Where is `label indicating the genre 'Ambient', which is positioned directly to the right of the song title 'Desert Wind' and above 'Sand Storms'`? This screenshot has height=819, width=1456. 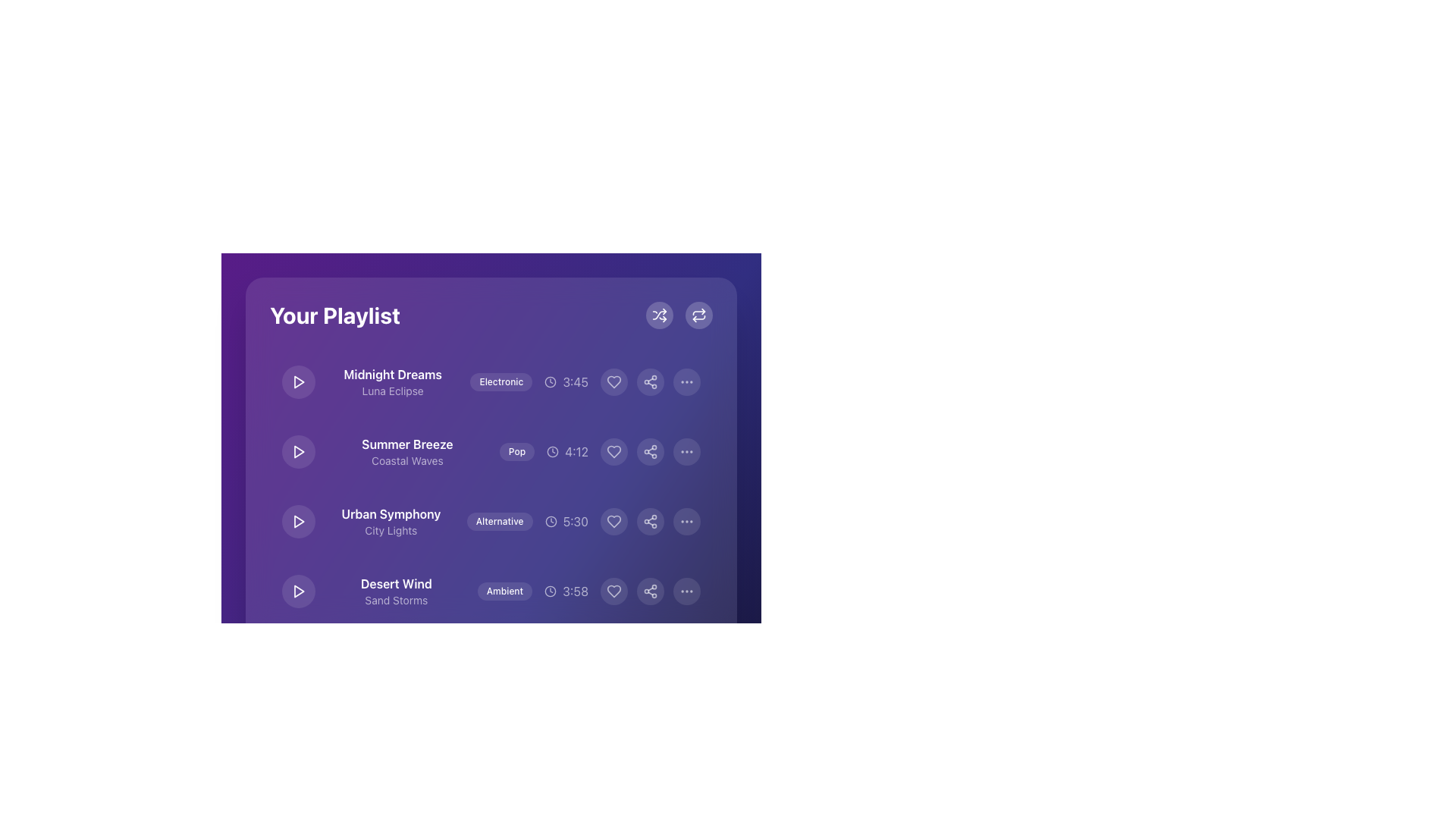 label indicating the genre 'Ambient', which is positioned directly to the right of the song title 'Desert Wind' and above 'Sand Storms' is located at coordinates (491, 590).